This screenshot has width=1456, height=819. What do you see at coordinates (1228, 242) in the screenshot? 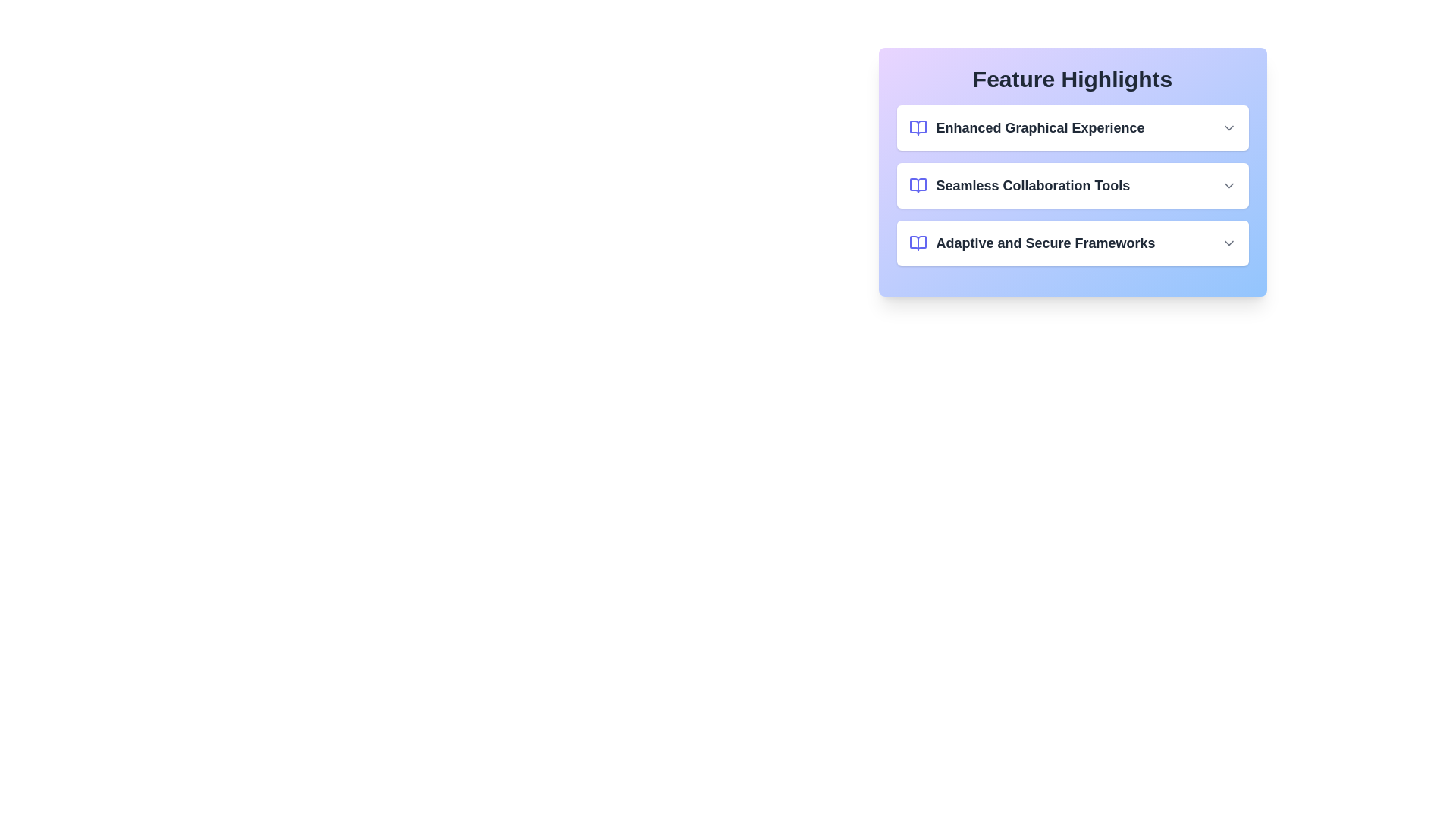
I see `the Dropdown indicator icon next to 'Adaptive and Secure Frameworks' in the third row of the feature highlights list` at bounding box center [1228, 242].